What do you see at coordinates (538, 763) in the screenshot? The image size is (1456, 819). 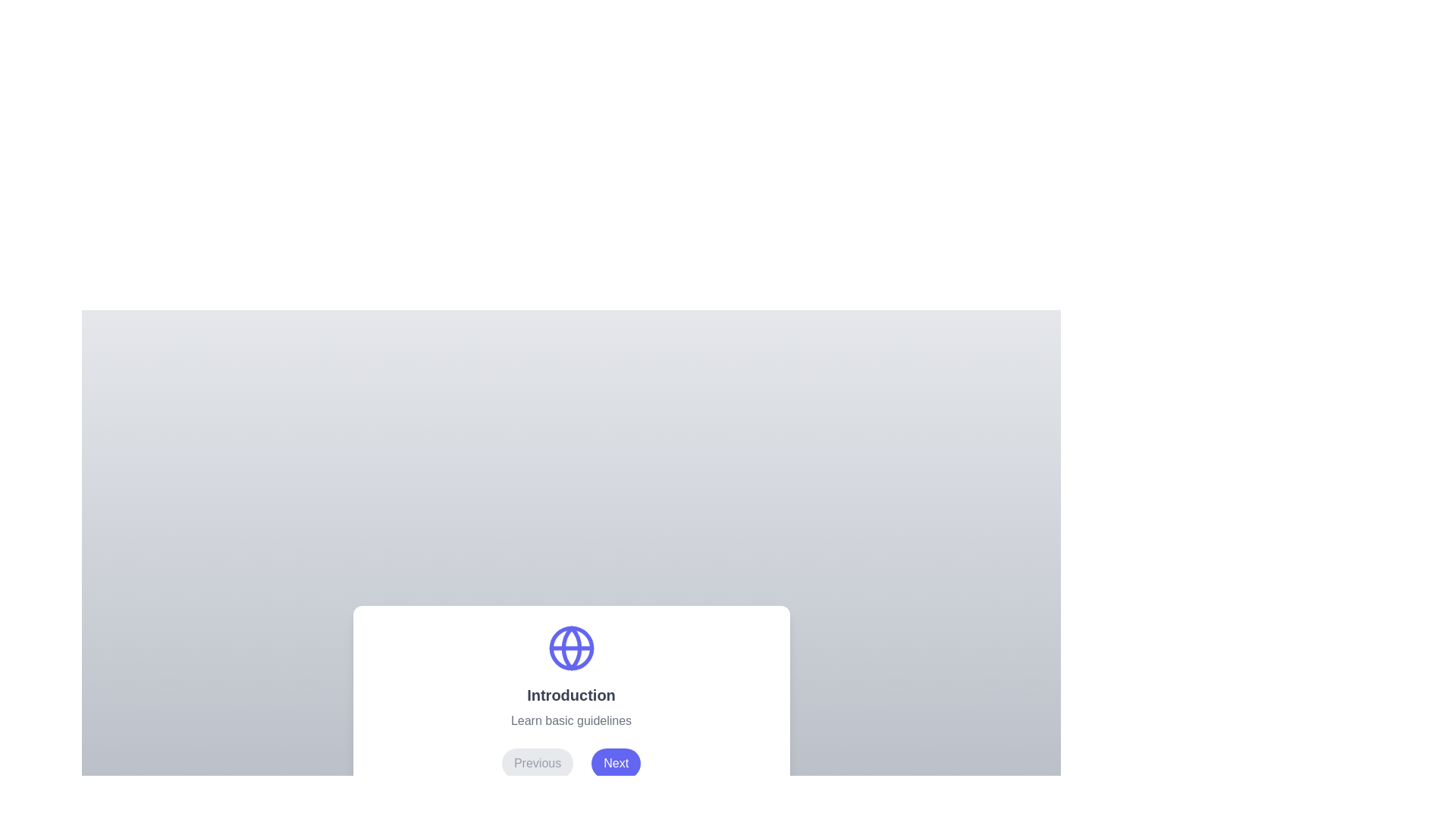 I see `the Previous button to navigate through the steps` at bounding box center [538, 763].